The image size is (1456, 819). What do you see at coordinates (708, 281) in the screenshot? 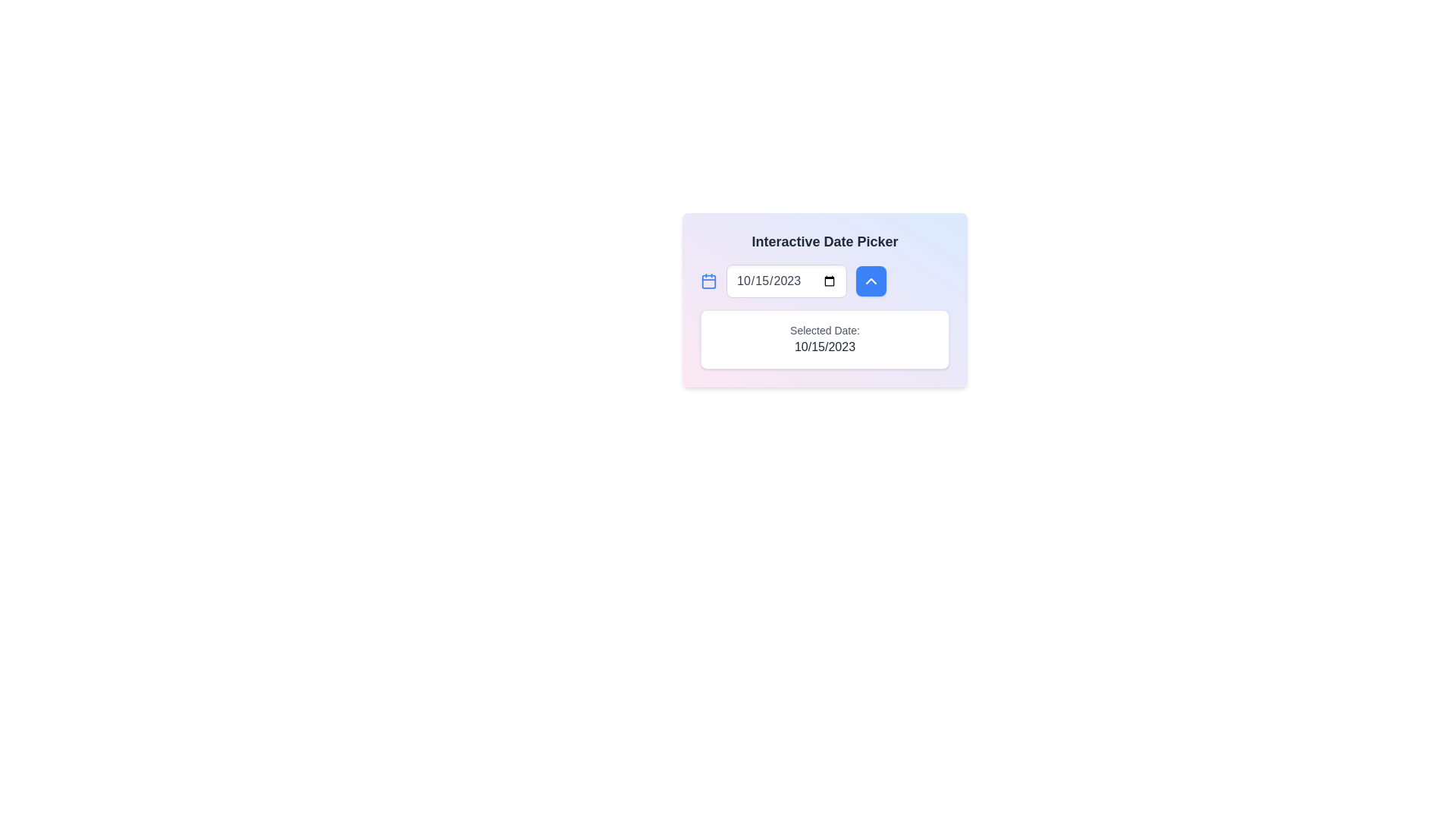
I see `the calendar icon located in the upper-left section of the date selection field` at bounding box center [708, 281].